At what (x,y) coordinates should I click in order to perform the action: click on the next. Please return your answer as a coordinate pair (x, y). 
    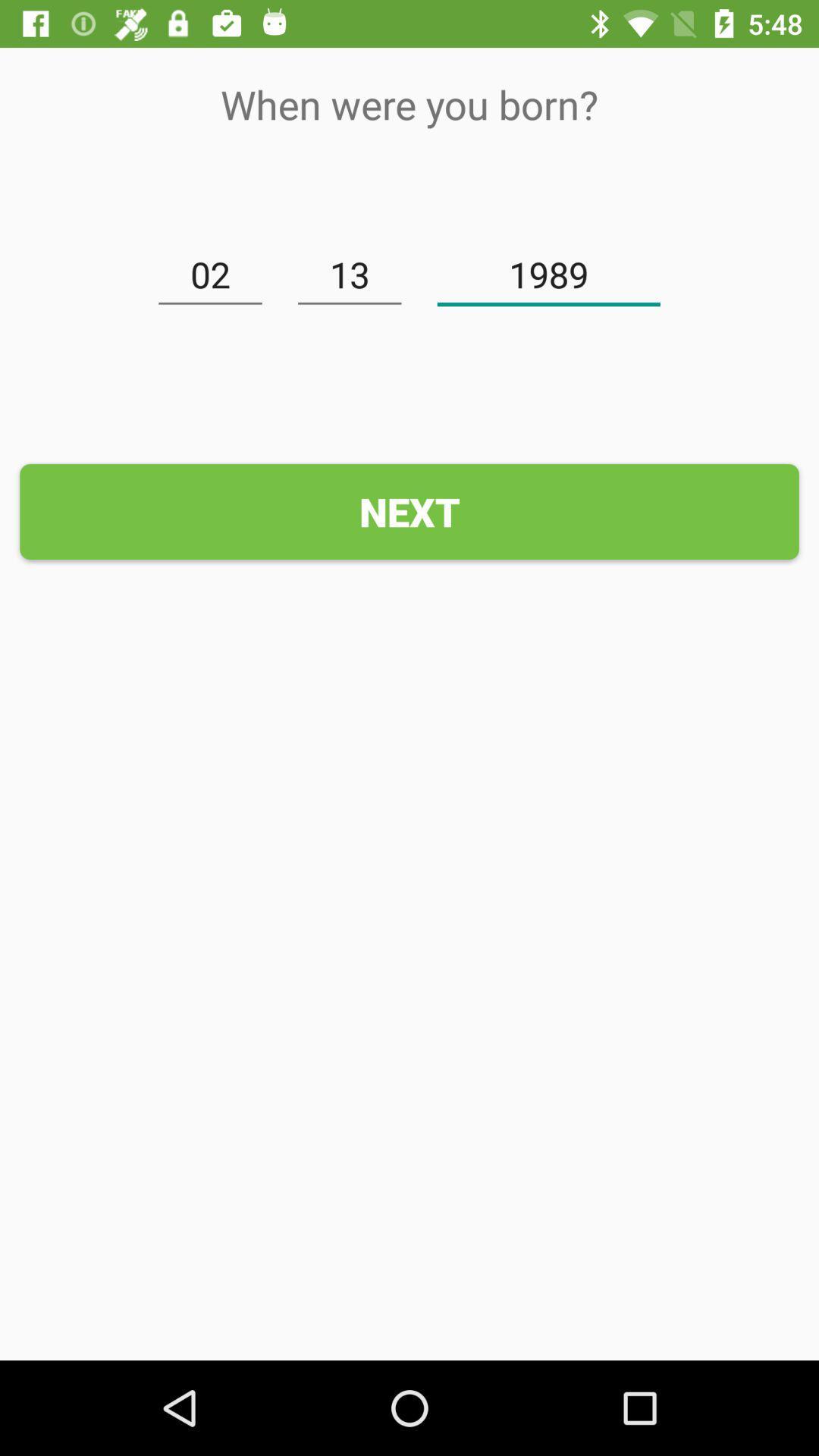
    Looking at the image, I should click on (409, 512).